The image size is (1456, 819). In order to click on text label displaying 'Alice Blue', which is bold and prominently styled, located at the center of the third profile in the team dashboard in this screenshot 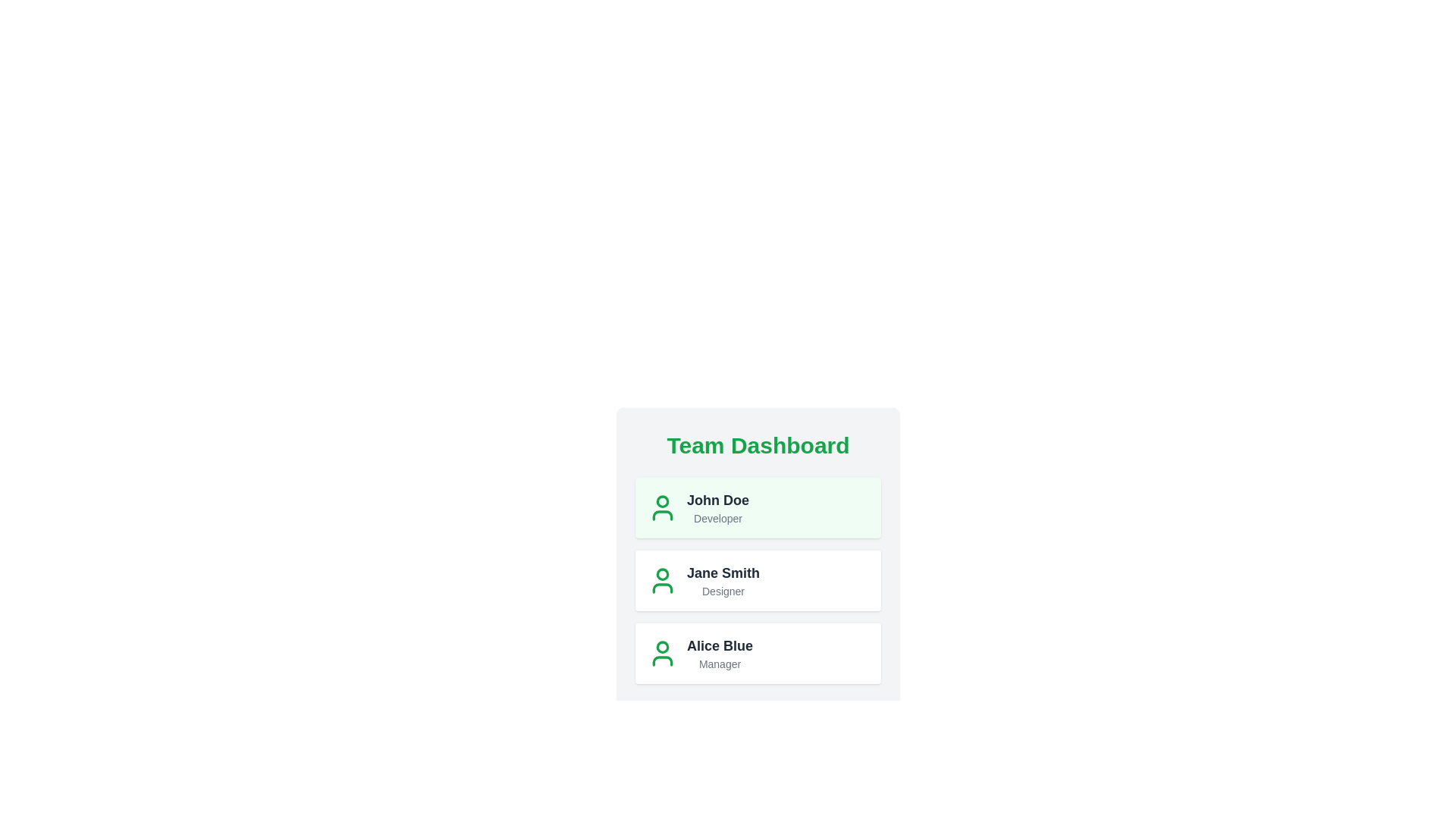, I will do `click(719, 646)`.